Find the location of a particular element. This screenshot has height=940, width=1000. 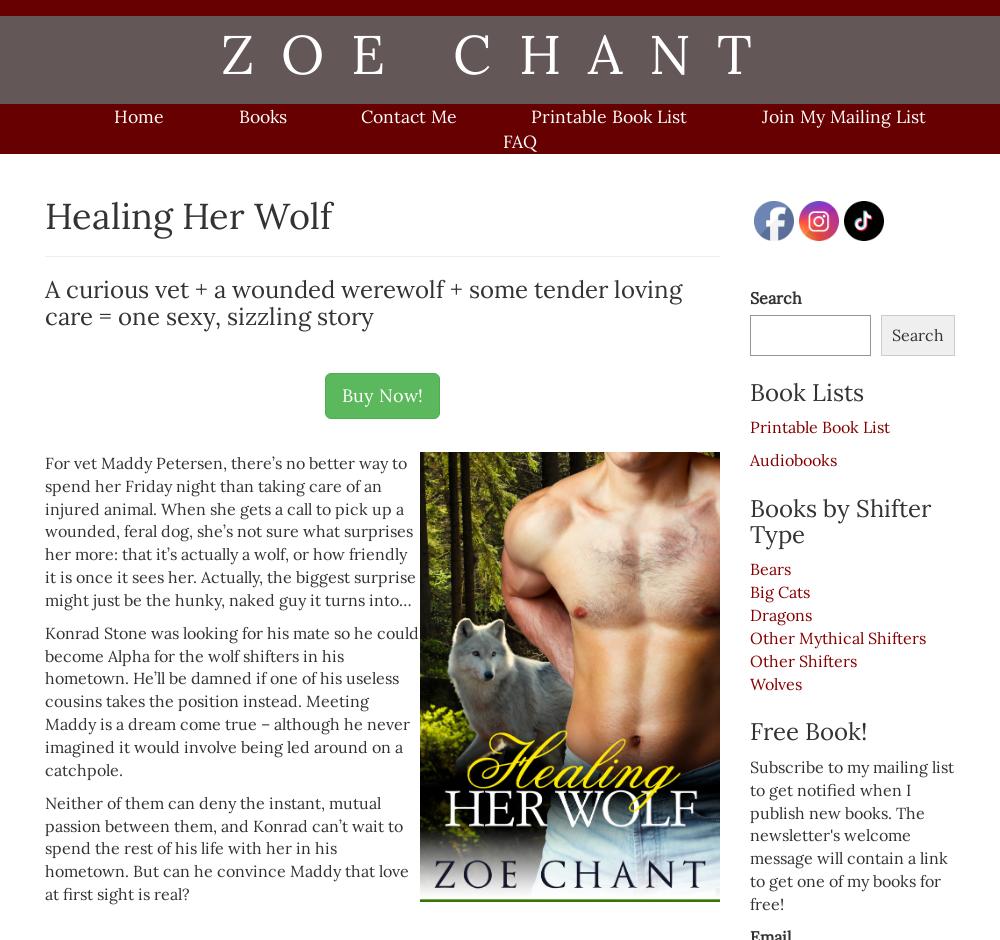

'Buy Now!' is located at coordinates (341, 395).